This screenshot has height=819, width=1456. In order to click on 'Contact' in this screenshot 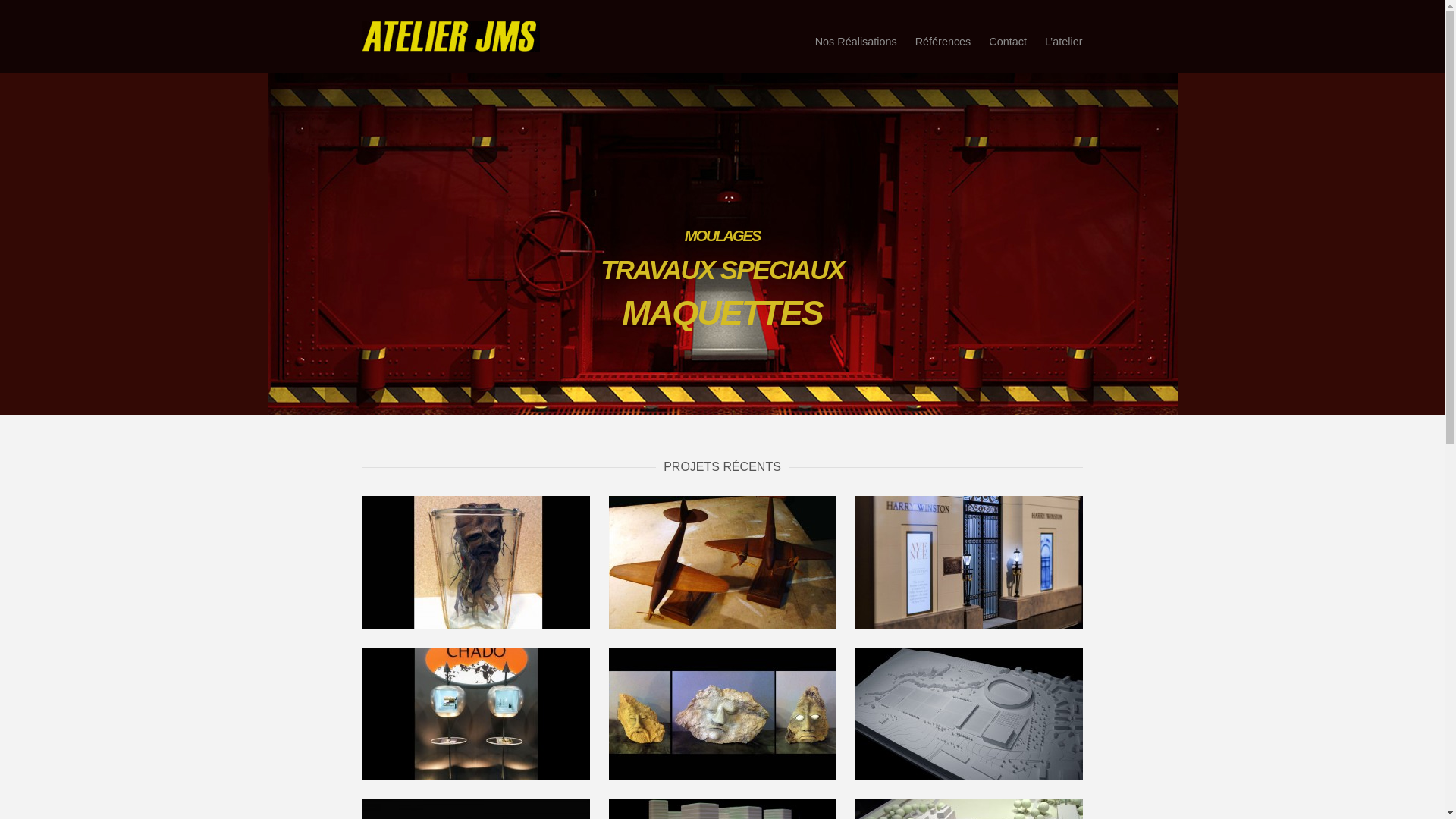, I will do `click(1008, 41)`.